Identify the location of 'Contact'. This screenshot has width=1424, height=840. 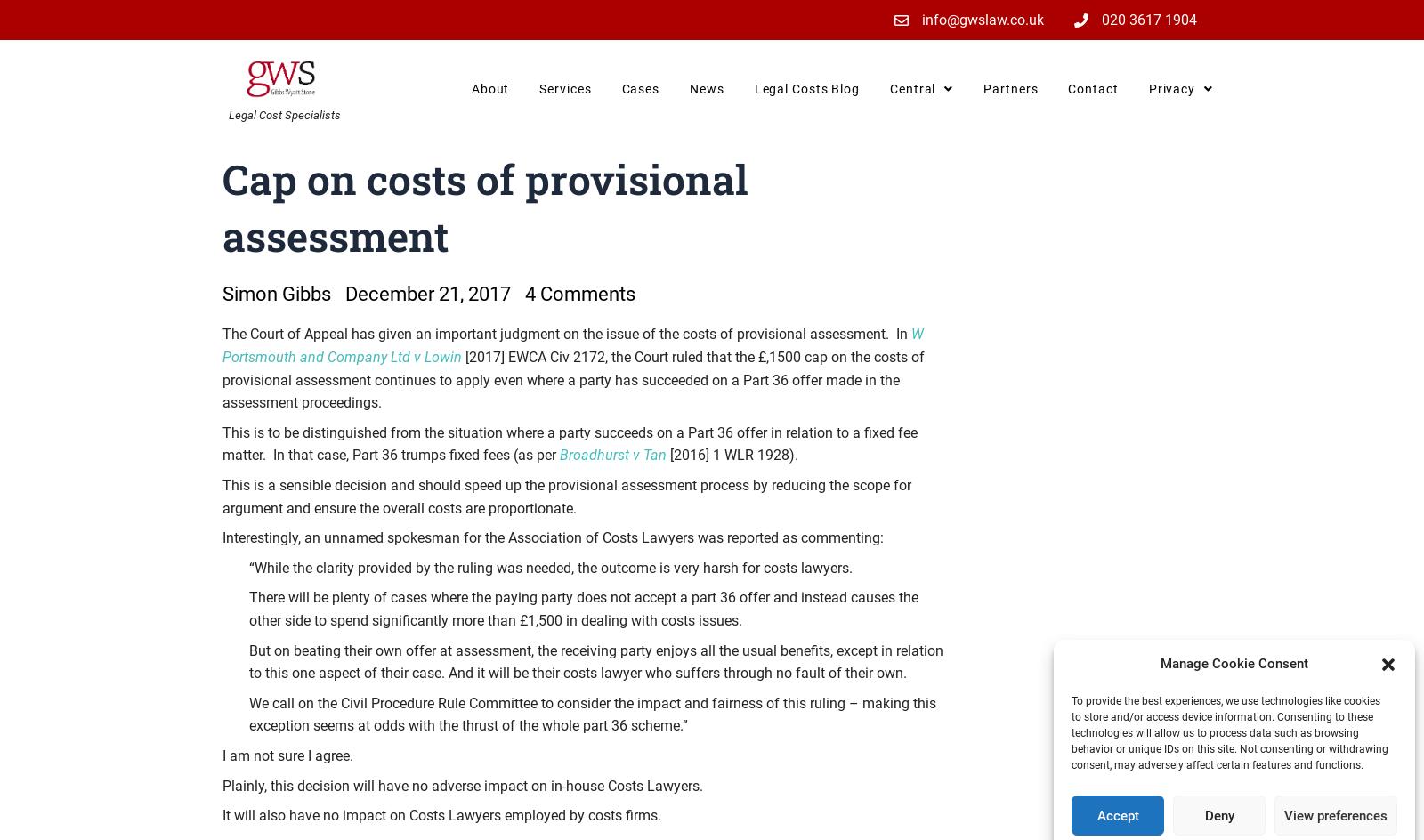
(1068, 87).